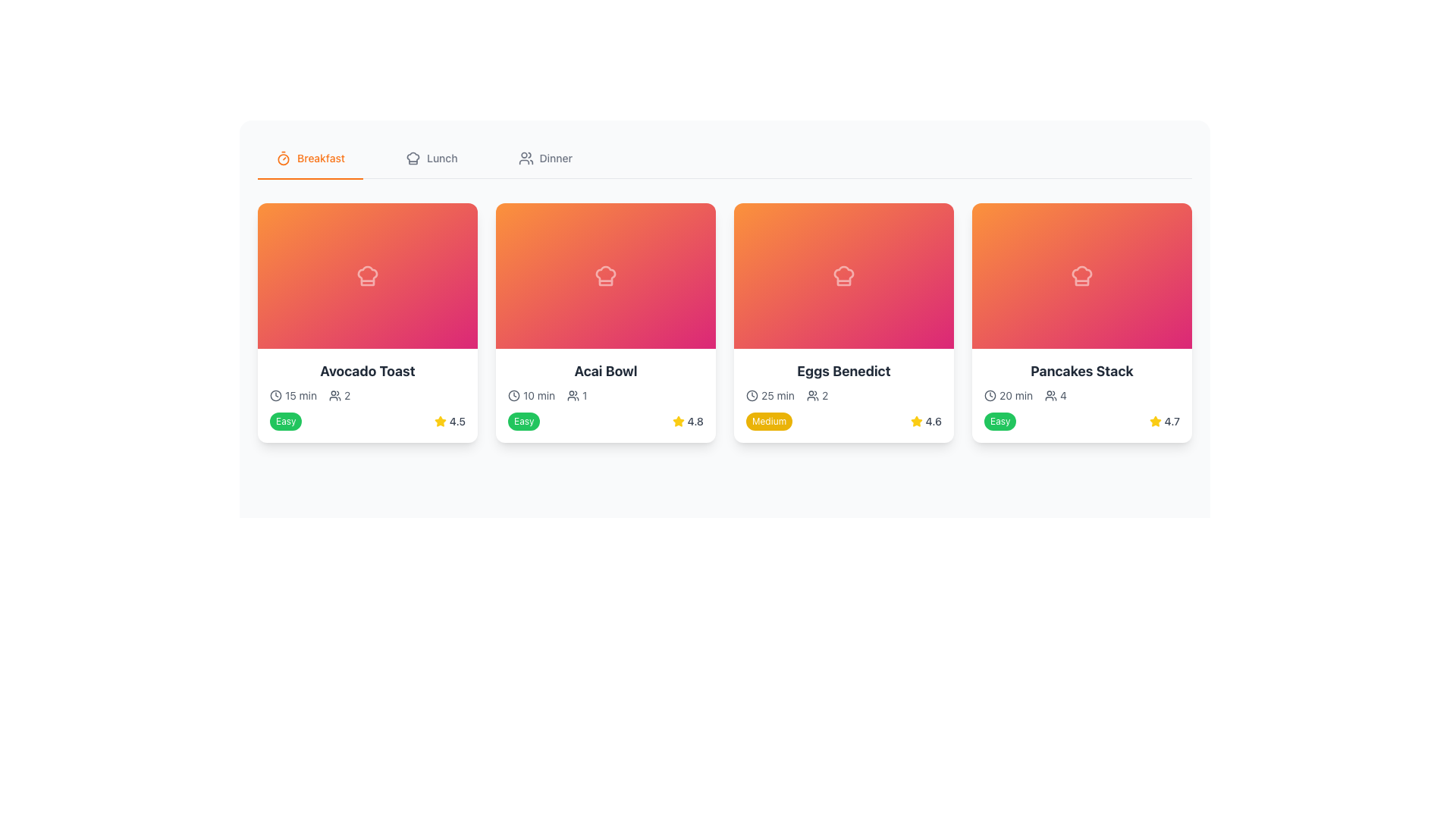 Image resolution: width=1456 pixels, height=819 pixels. I want to click on the circular clock icon with minimalistic outlines, located to the left of the '25 min' text within the 'Eggs Benedict' card, so click(752, 394).